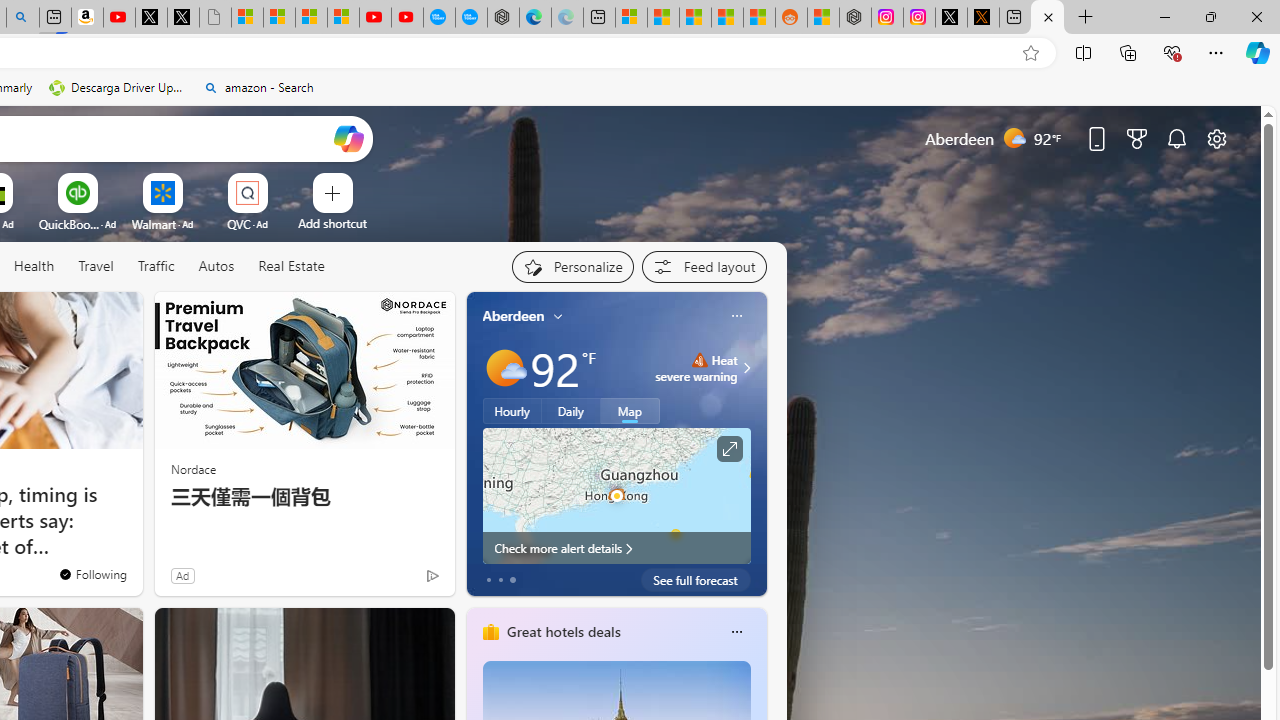 Image resolution: width=1280 pixels, height=720 pixels. What do you see at coordinates (490, 632) in the screenshot?
I see `'hotels-header-icon'` at bounding box center [490, 632].